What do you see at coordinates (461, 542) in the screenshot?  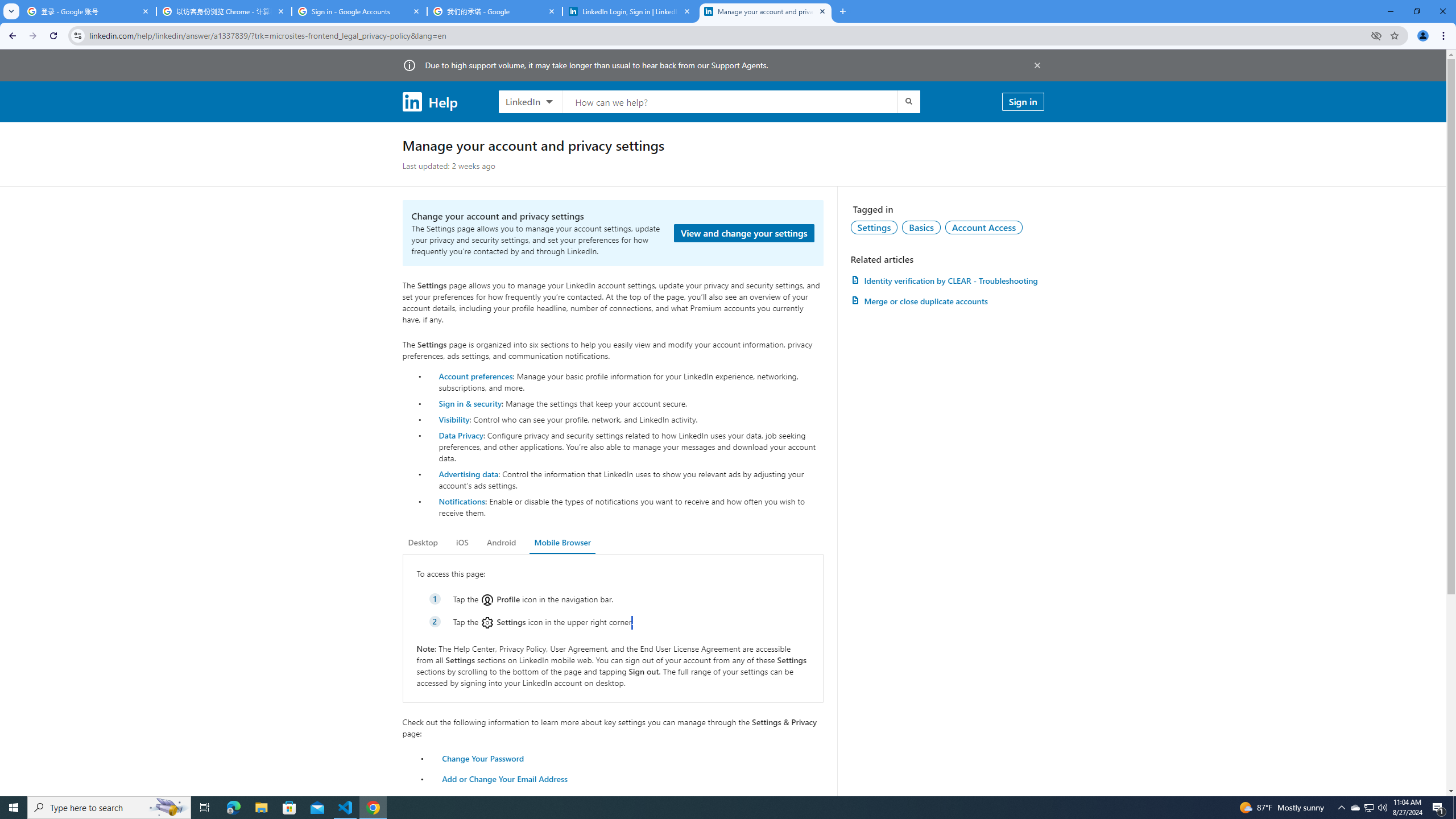 I see `'iOS'` at bounding box center [461, 542].